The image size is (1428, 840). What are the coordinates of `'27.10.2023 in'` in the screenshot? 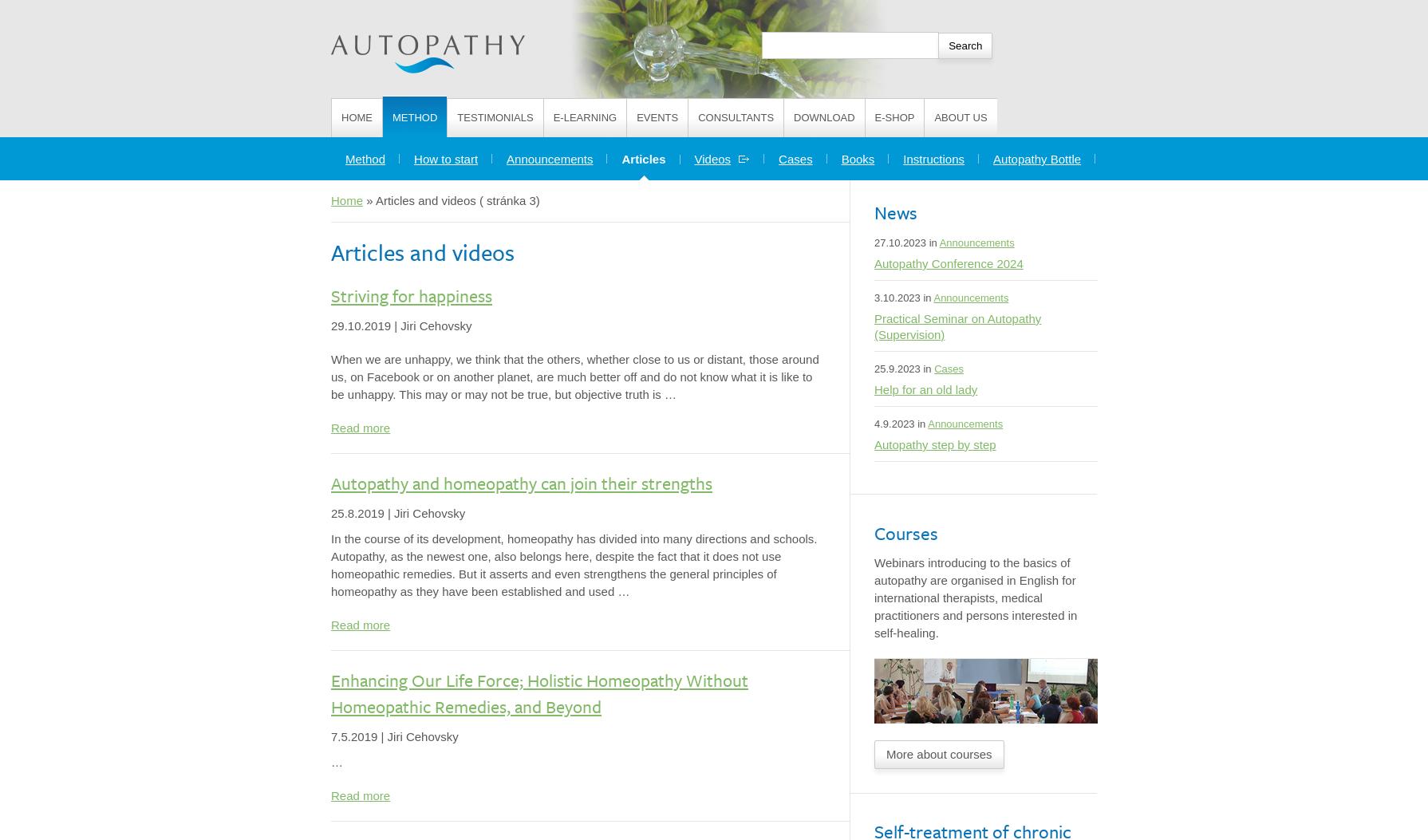 It's located at (906, 243).